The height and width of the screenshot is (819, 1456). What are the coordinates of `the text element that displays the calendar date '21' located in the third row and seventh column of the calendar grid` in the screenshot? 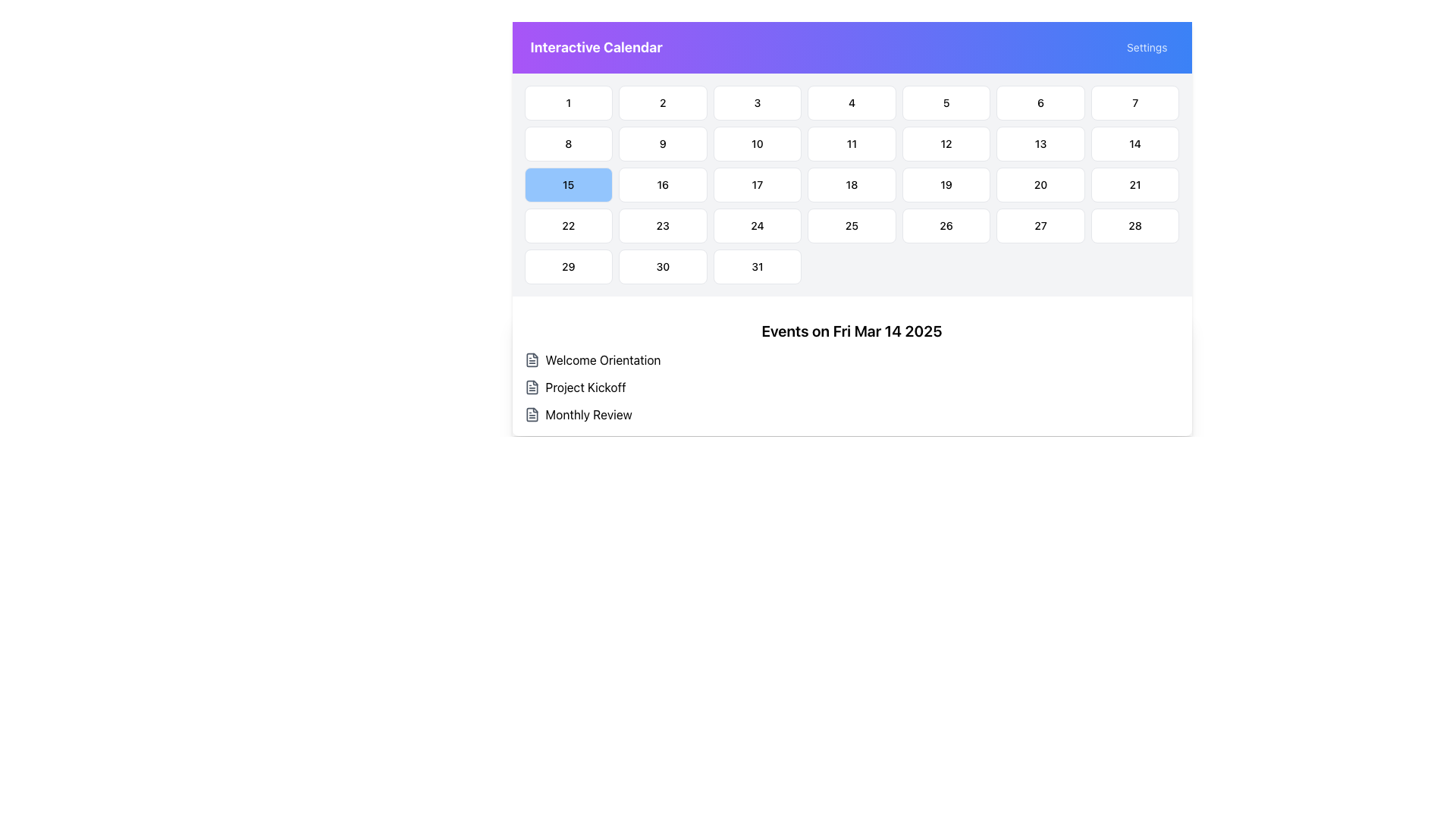 It's located at (1135, 184).